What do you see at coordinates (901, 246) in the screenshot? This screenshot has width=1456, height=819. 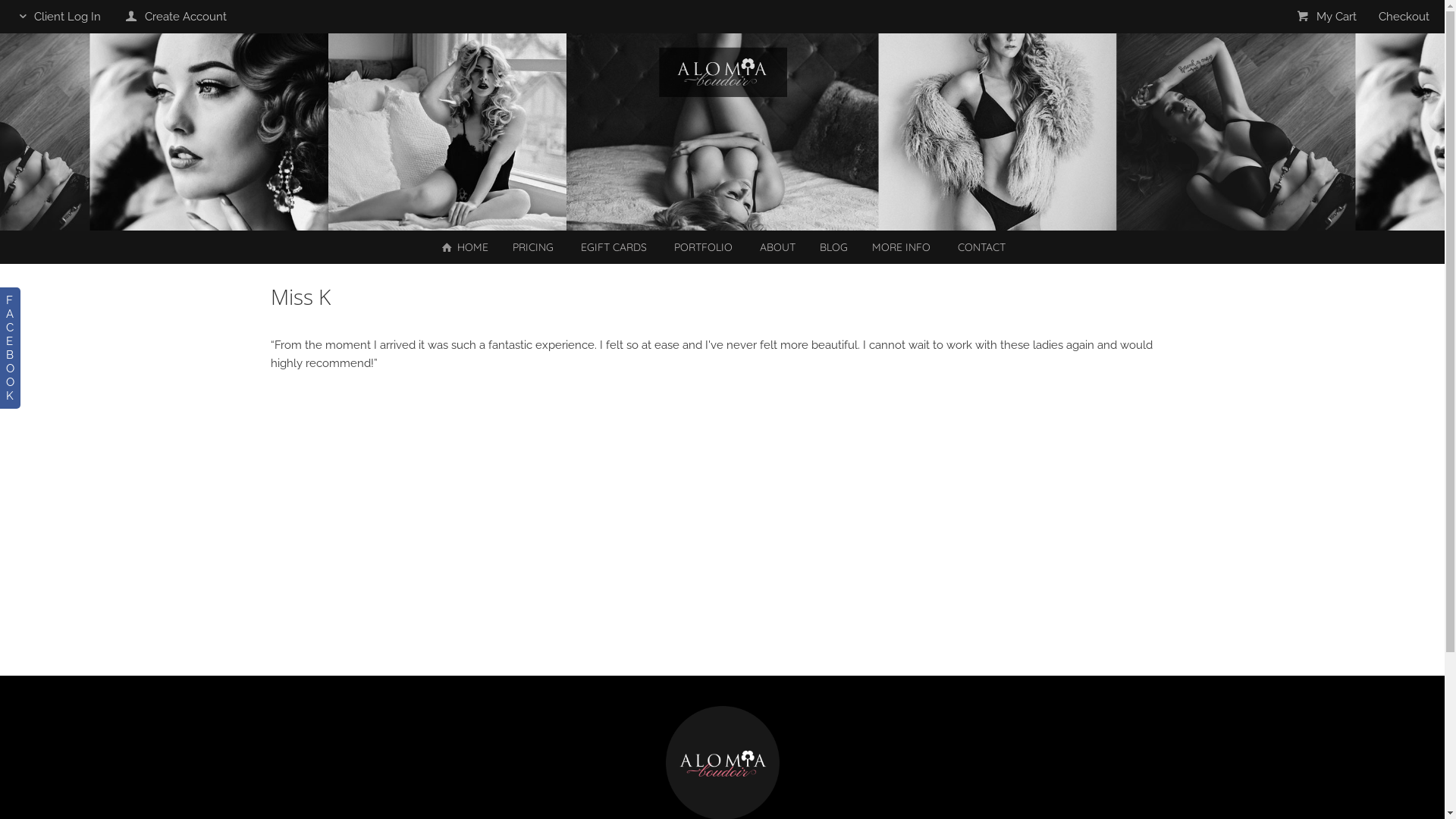 I see `'MORE INFO'` at bounding box center [901, 246].